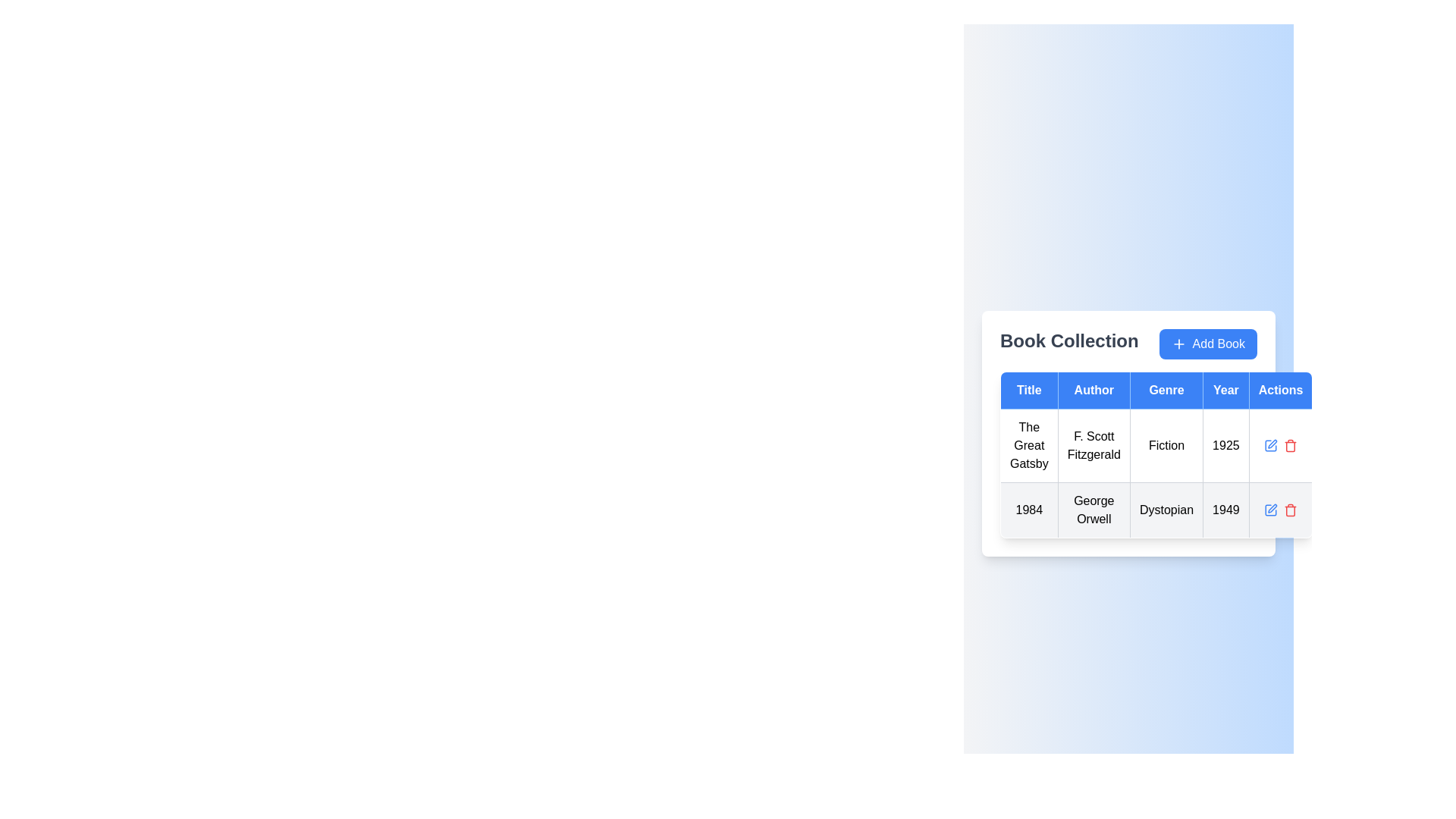 The height and width of the screenshot is (819, 1456). I want to click on the text display element that shows the publication year of a book, located in the fourth column labeled 'Year' of the first row in the 'Book Collection' table, so click(1225, 444).